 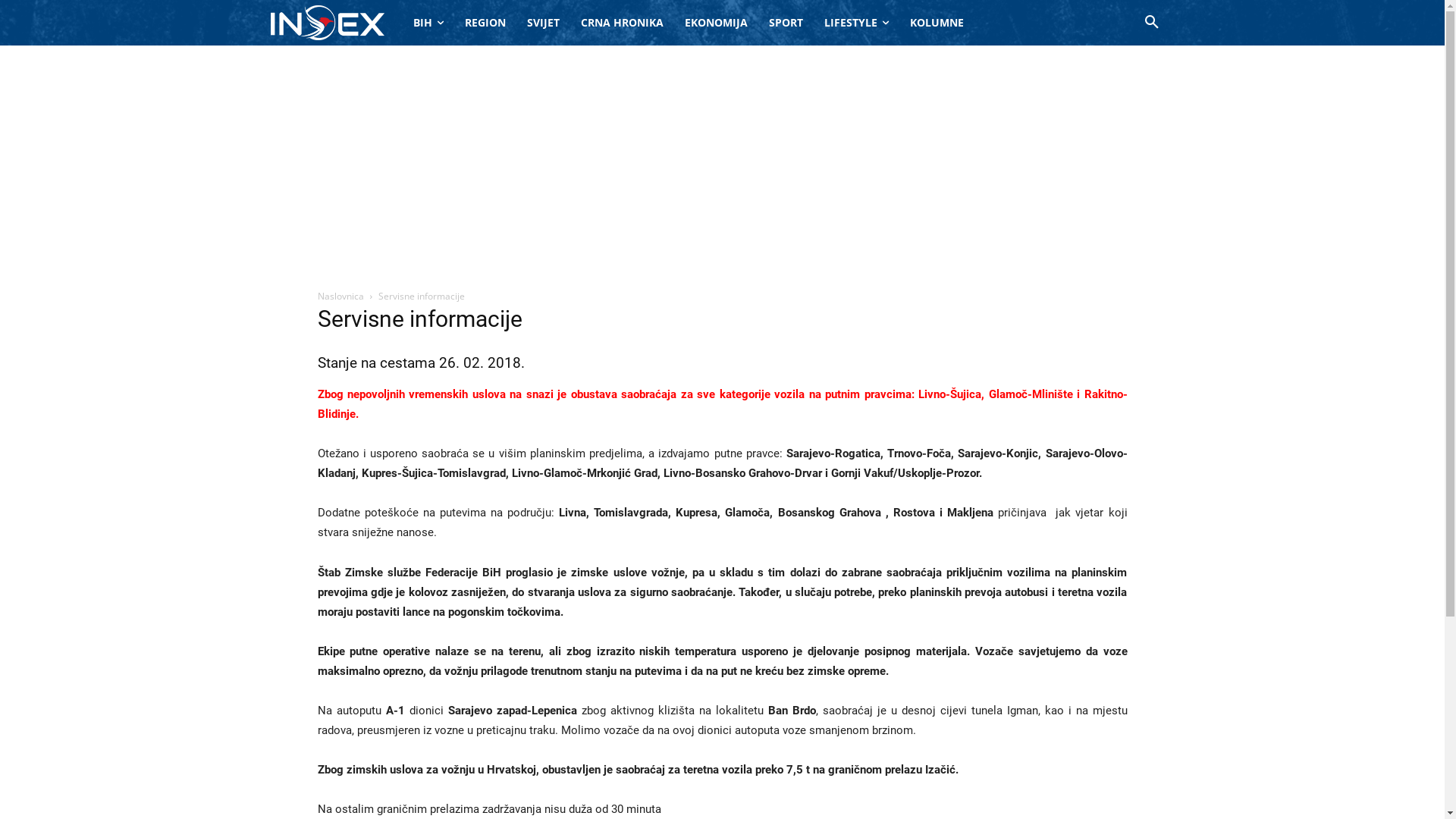 What do you see at coordinates (326, 22) in the screenshot?
I see `'Index news portal'` at bounding box center [326, 22].